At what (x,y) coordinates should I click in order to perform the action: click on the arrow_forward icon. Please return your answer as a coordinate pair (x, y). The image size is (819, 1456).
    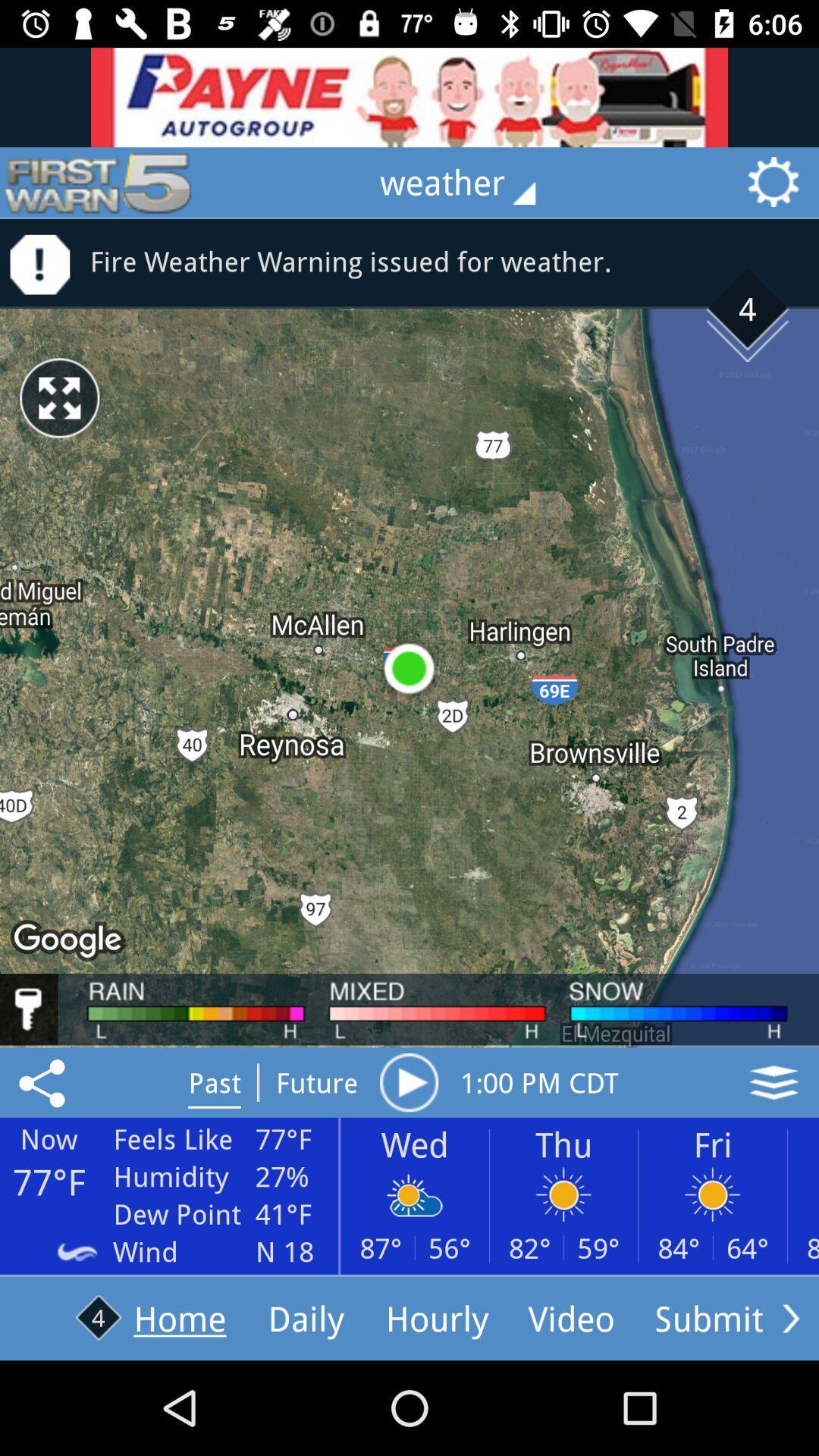
    Looking at the image, I should click on (790, 1317).